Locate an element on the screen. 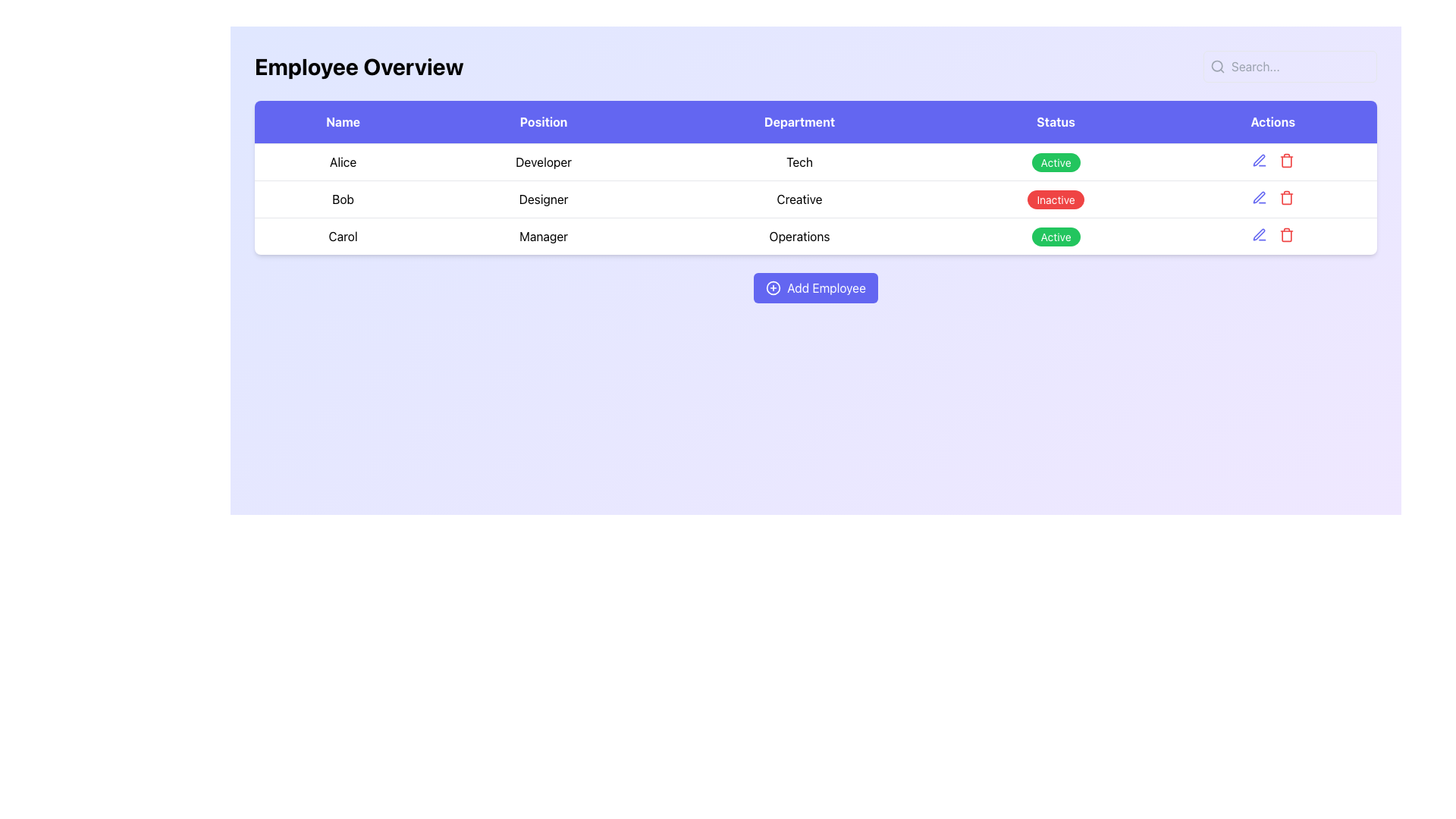 The image size is (1456, 819). the Static Text element displaying 'Carol' located in the third row under the 'Name' column of the table is located at coordinates (342, 236).